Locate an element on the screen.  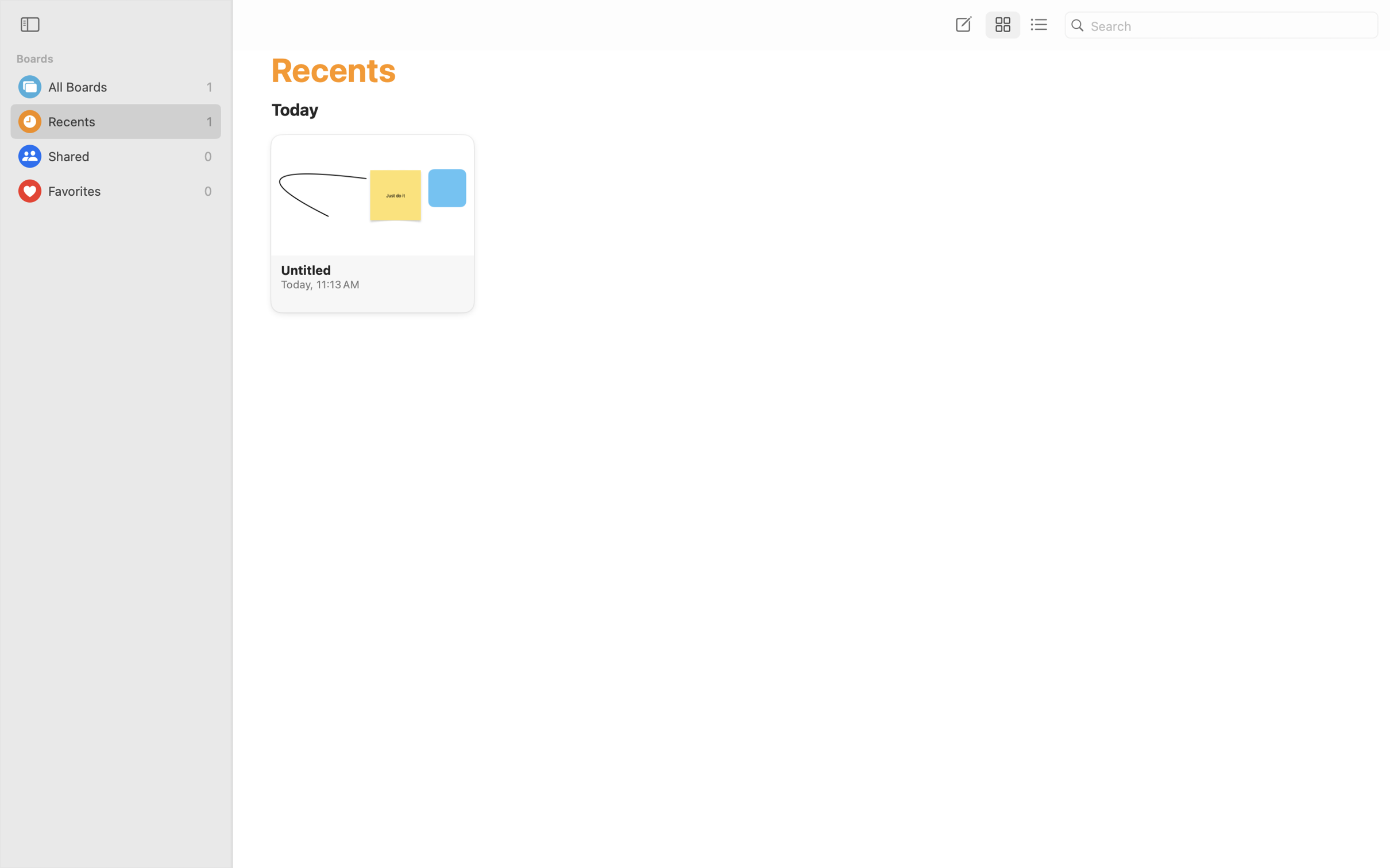
'All Boards' is located at coordinates (125, 86).